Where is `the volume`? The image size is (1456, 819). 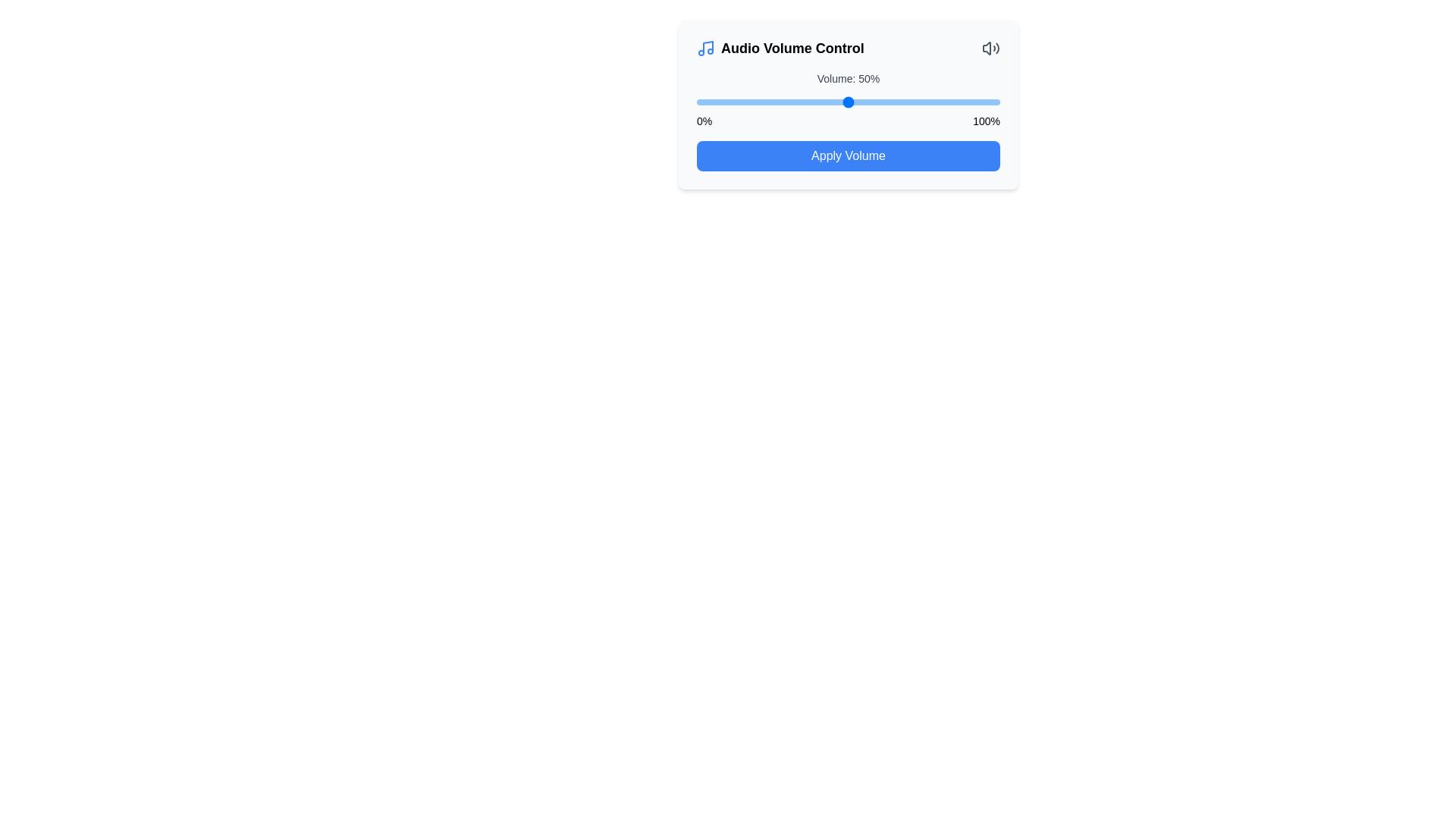 the volume is located at coordinates (855, 102).